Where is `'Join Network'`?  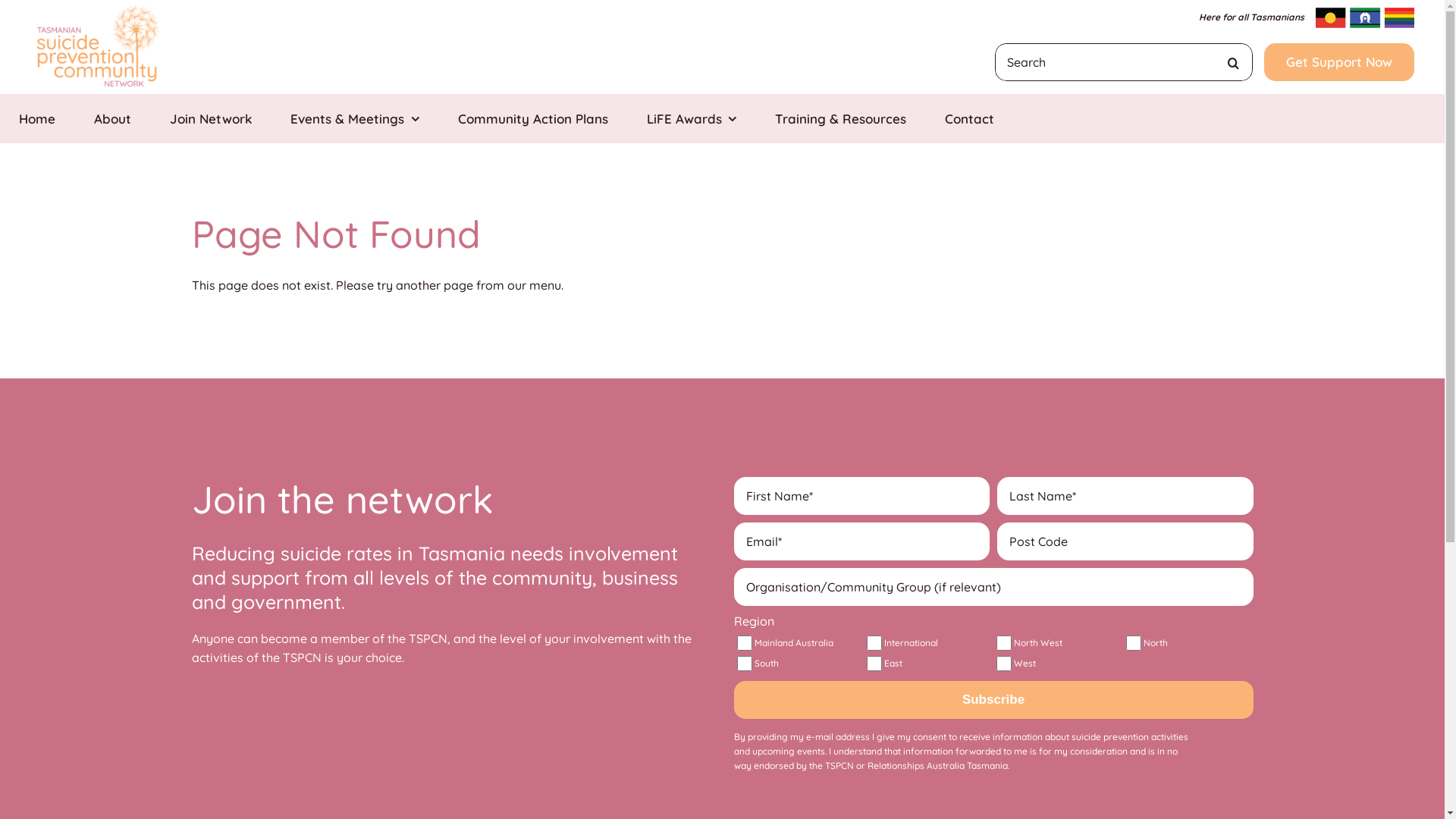 'Join Network' is located at coordinates (150, 118).